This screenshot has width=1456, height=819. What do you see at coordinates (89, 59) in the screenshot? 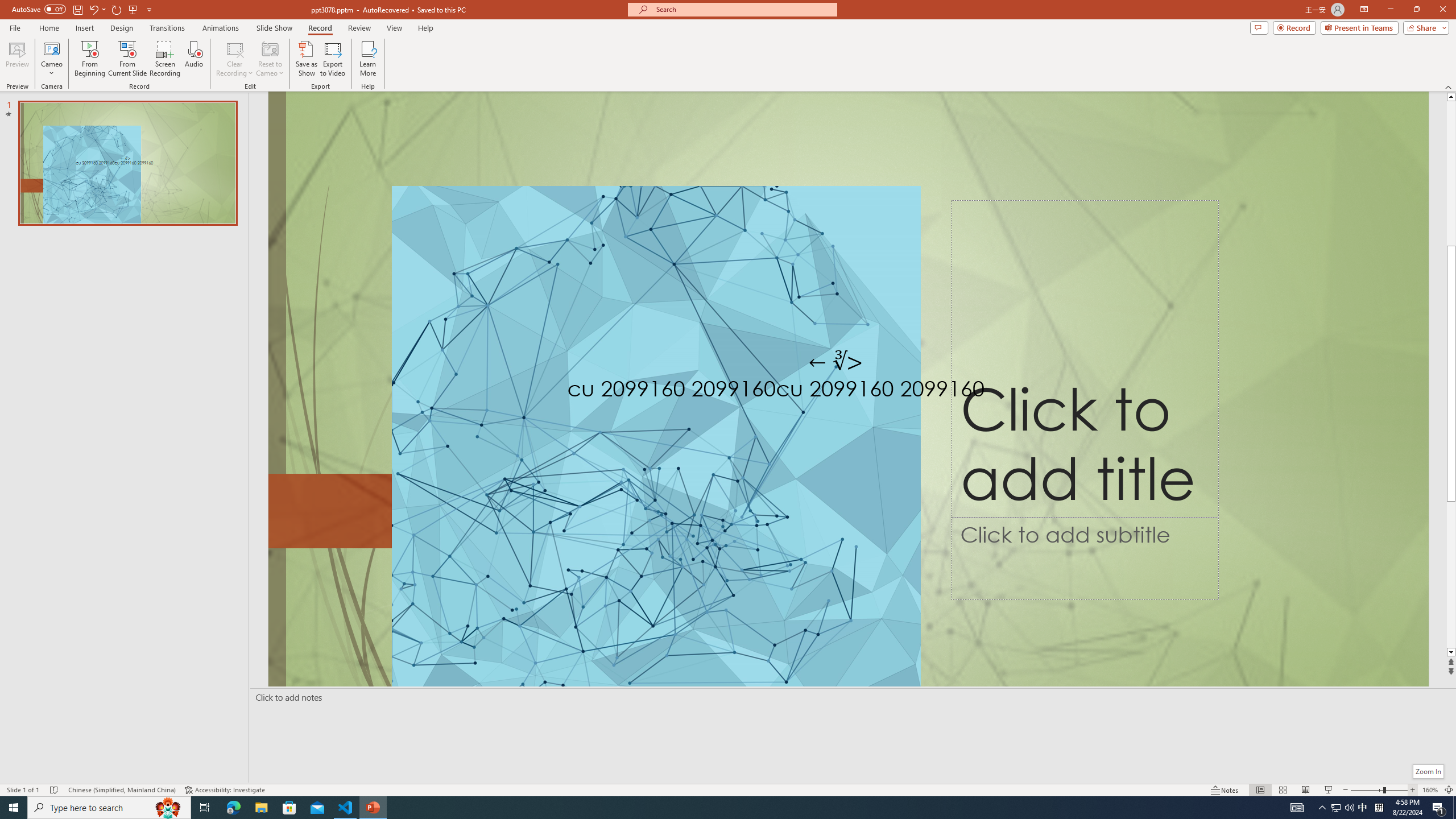
I see `'From Beginning...'` at bounding box center [89, 59].